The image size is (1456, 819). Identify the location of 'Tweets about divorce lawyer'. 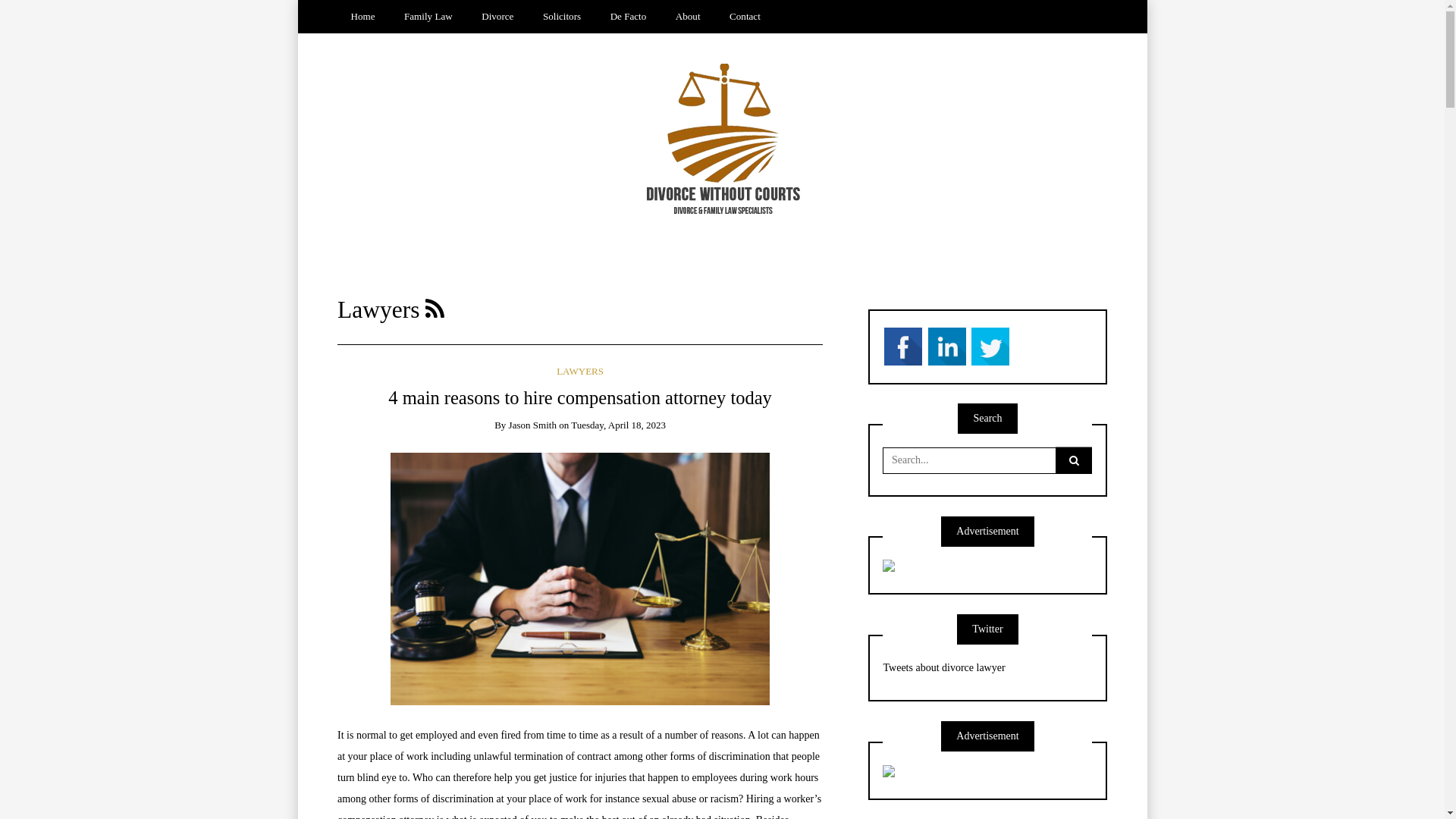
(943, 667).